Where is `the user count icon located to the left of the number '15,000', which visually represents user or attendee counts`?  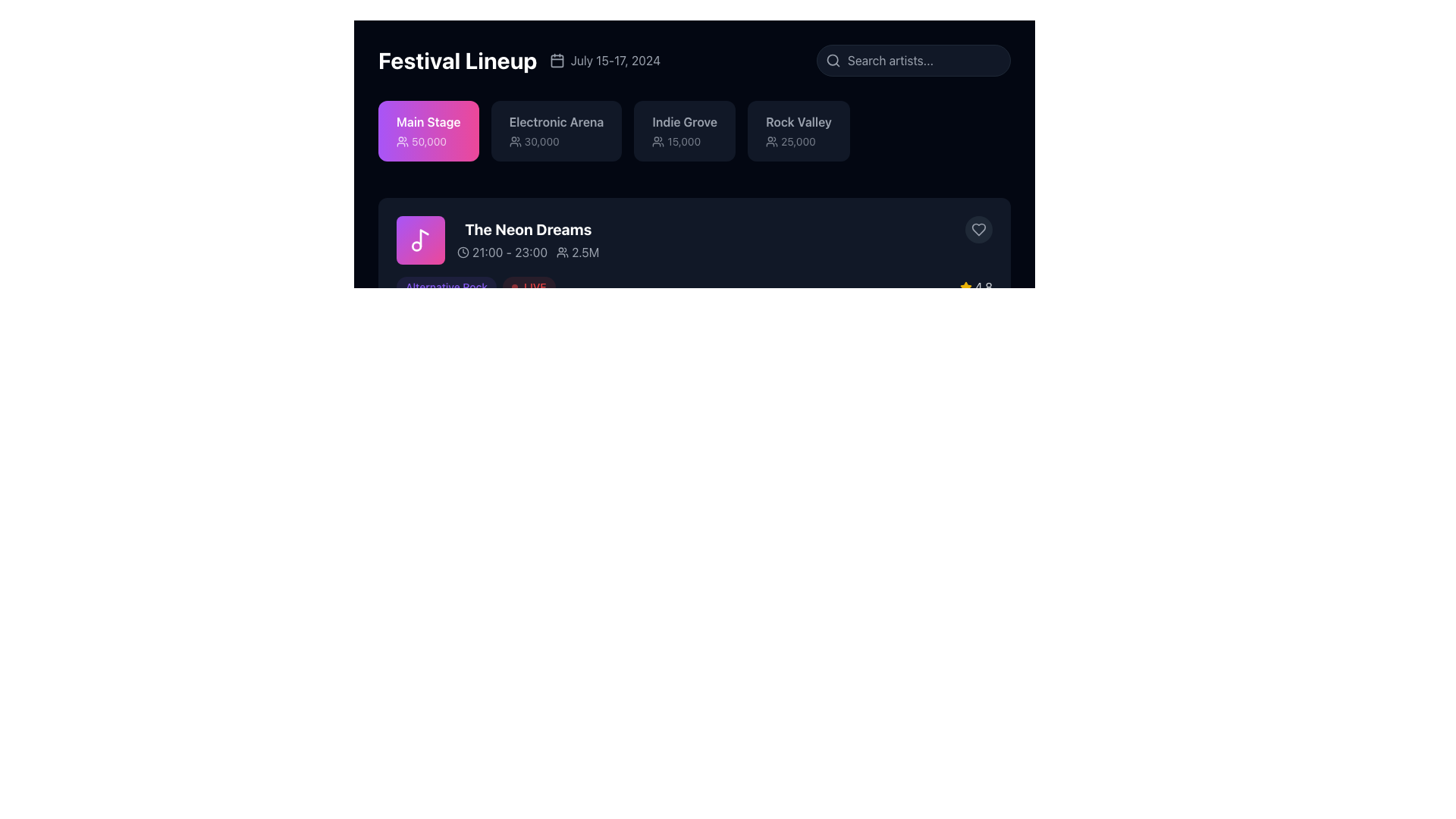
the user count icon located to the left of the number '15,000', which visually represents user or attendee counts is located at coordinates (658, 141).